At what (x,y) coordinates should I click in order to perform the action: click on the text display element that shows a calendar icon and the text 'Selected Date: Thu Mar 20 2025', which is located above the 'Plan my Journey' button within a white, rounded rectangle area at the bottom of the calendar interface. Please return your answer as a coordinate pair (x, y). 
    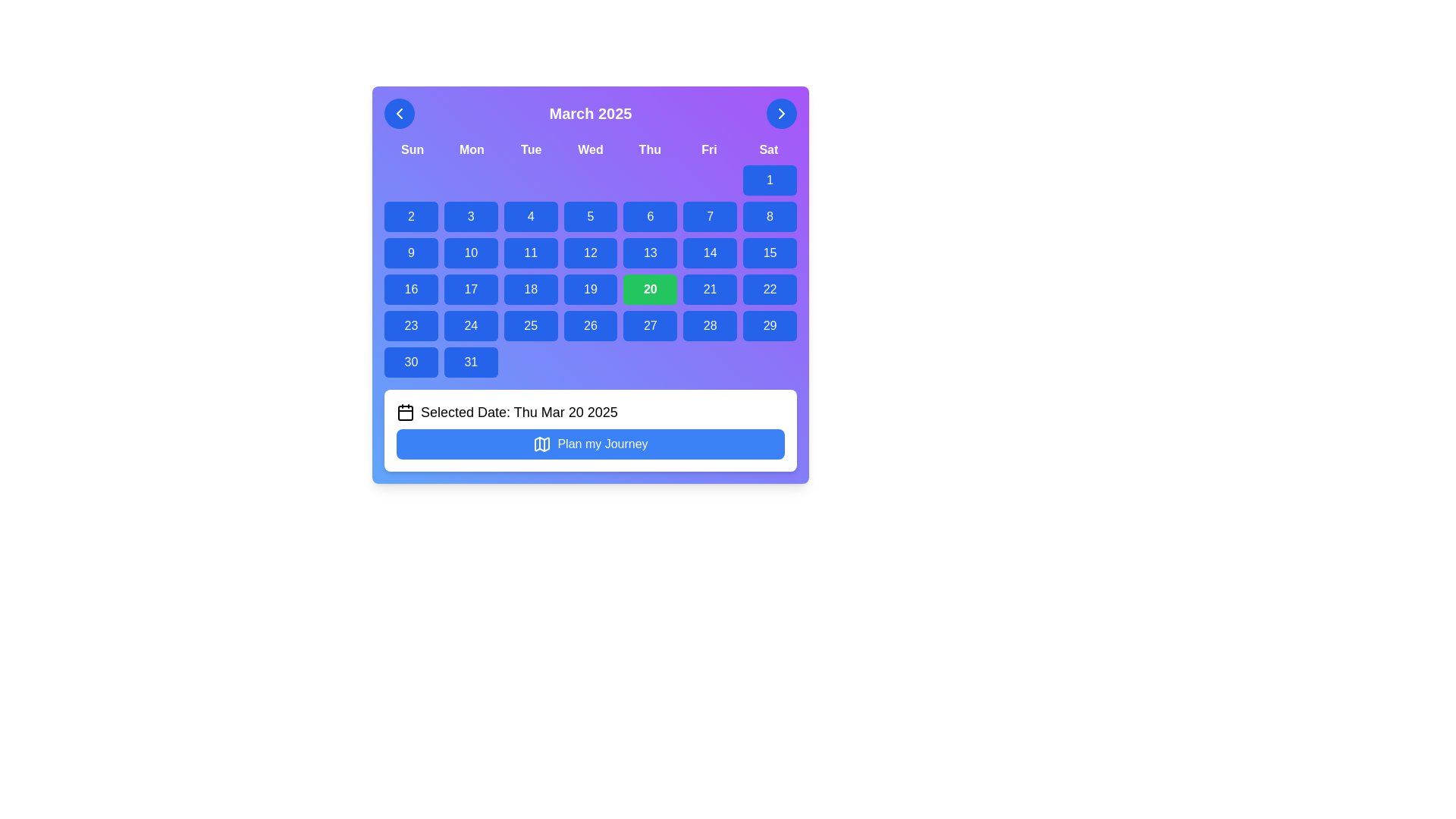
    Looking at the image, I should click on (589, 412).